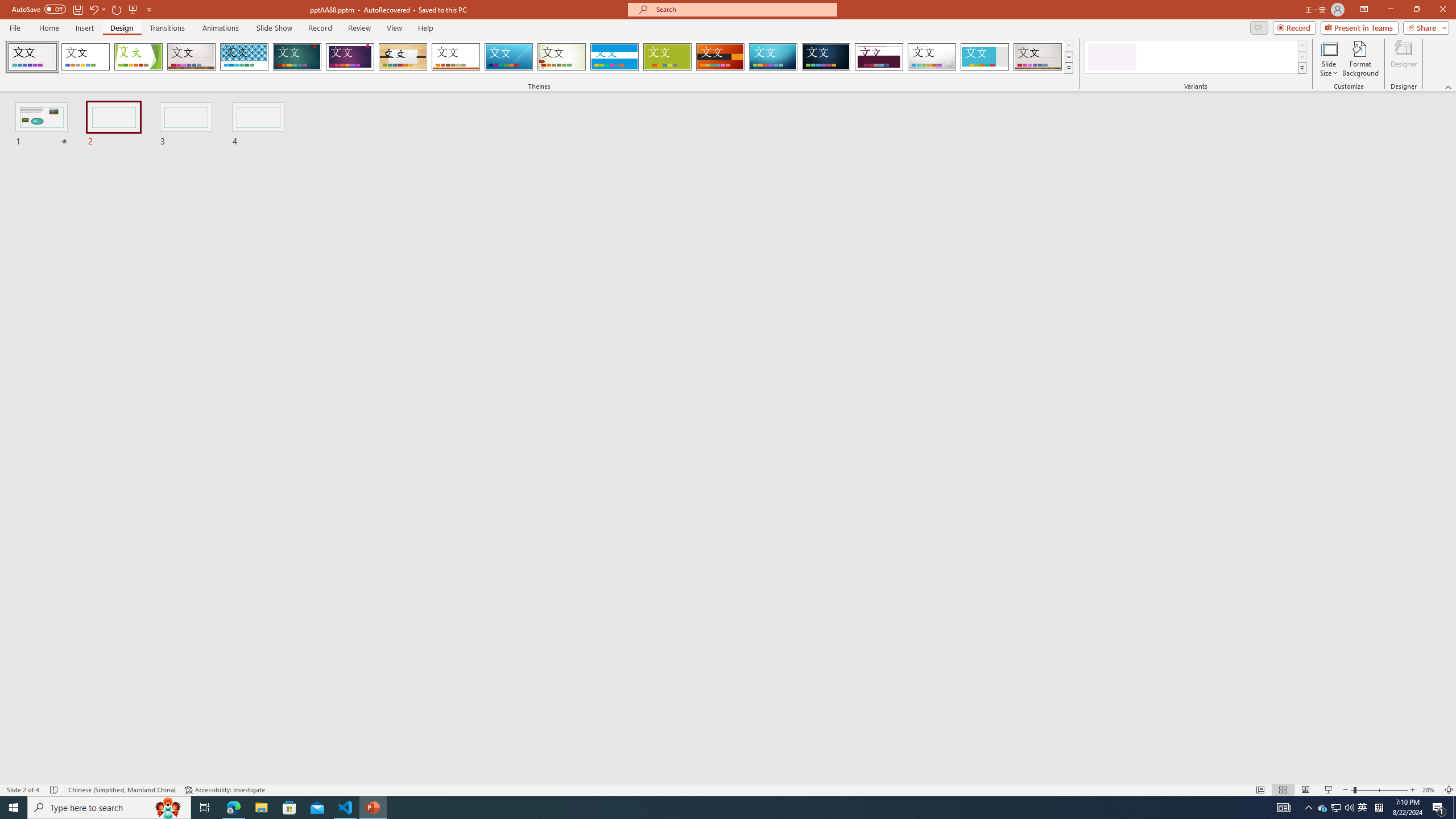  What do you see at coordinates (825, 56) in the screenshot?
I see `'Damask Loading Preview...'` at bounding box center [825, 56].